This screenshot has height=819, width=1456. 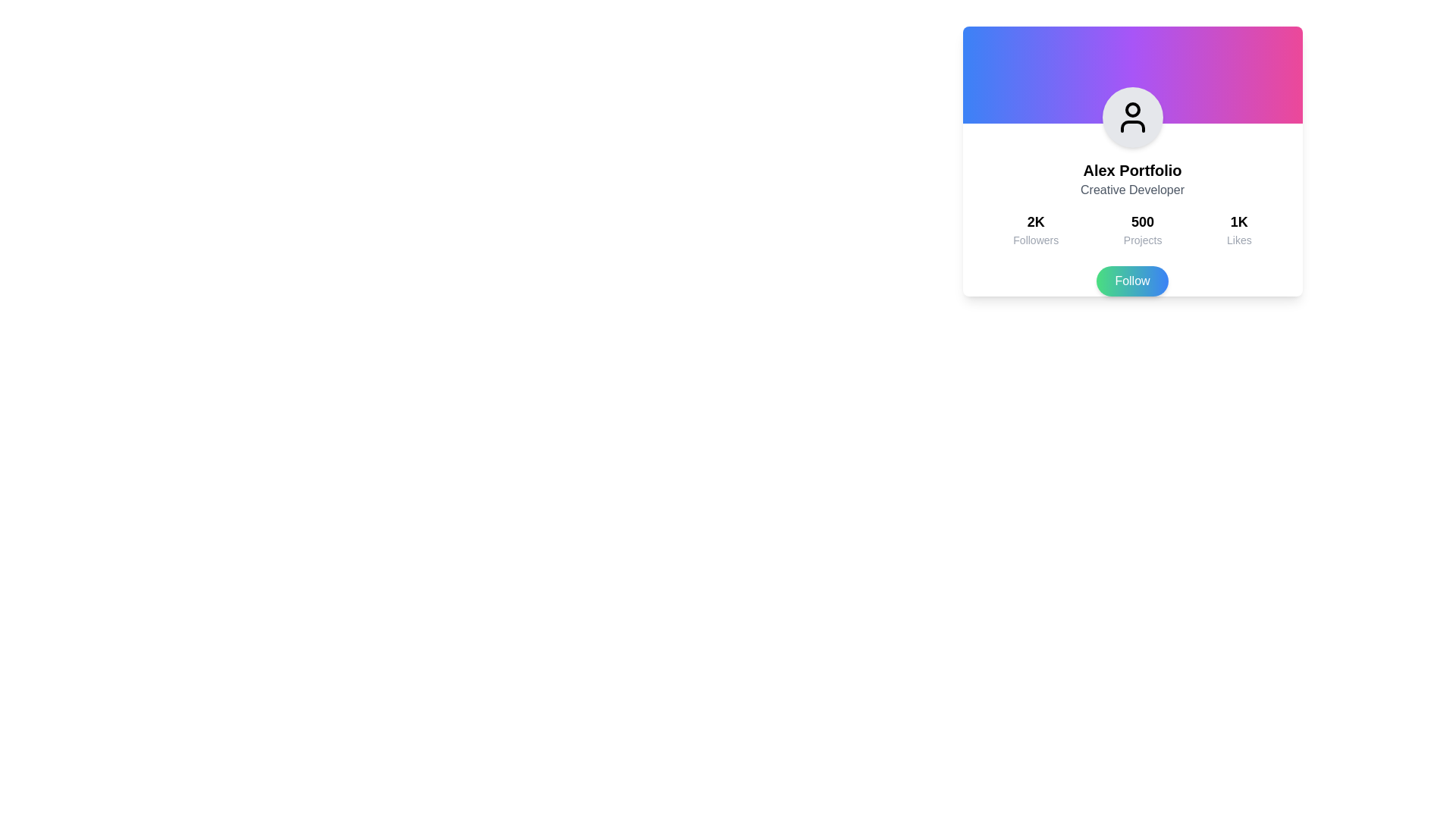 What do you see at coordinates (1132, 116) in the screenshot?
I see `the Decorative icon, which is a circular icon with a user profile symbol, located at the top center of the card component labeled 'Alex Portfolio'` at bounding box center [1132, 116].